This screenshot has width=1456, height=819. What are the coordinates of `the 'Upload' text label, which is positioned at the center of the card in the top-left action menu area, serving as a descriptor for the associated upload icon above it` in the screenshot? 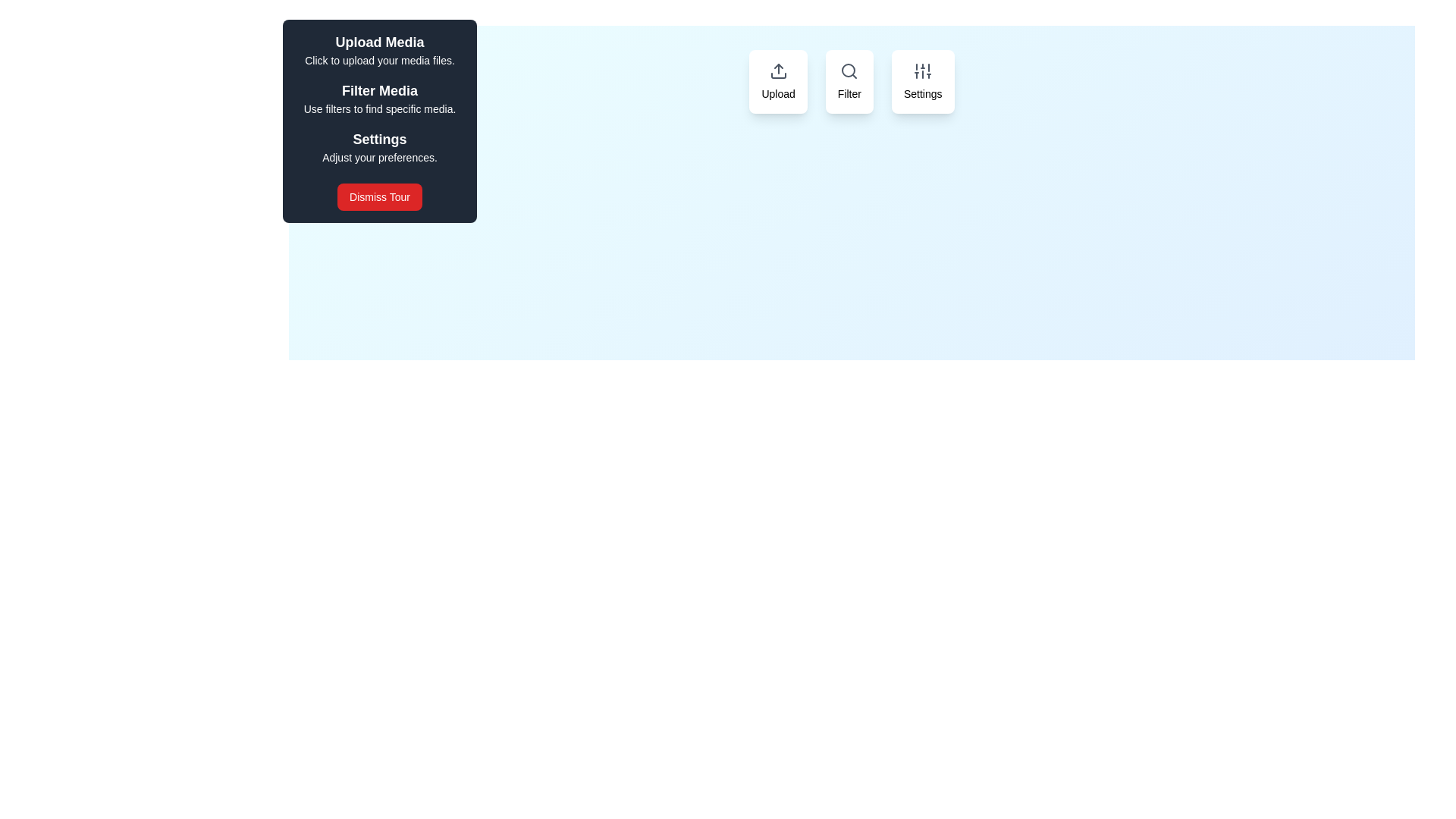 It's located at (778, 93).